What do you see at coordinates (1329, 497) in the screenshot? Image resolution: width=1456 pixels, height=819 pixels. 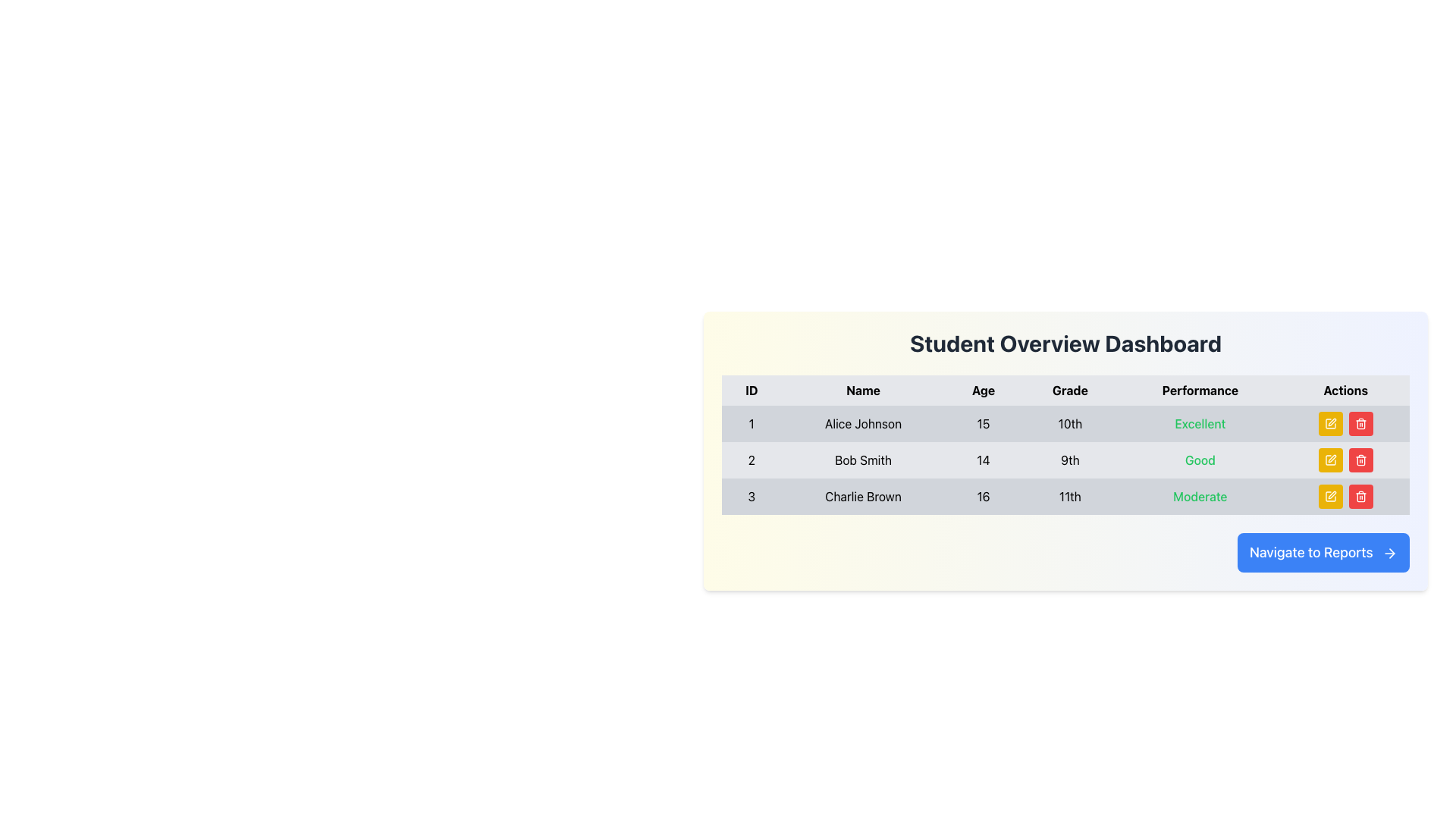 I see `the 'Edit' icon button located in the 'Actions' column of the third row in the 'Student Overview Dashboard' table` at bounding box center [1329, 497].